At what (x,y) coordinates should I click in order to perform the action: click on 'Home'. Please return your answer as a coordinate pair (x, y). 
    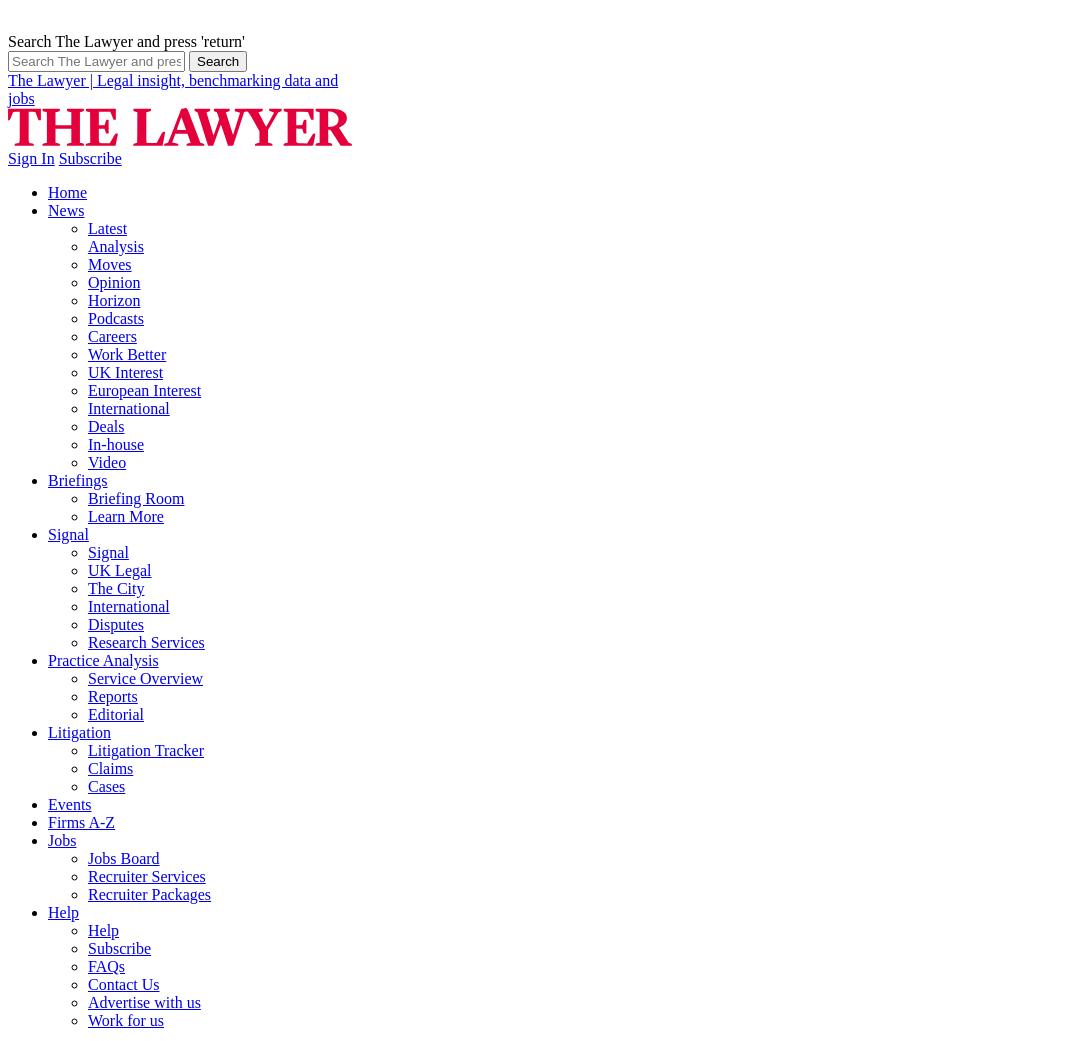
    Looking at the image, I should click on (67, 191).